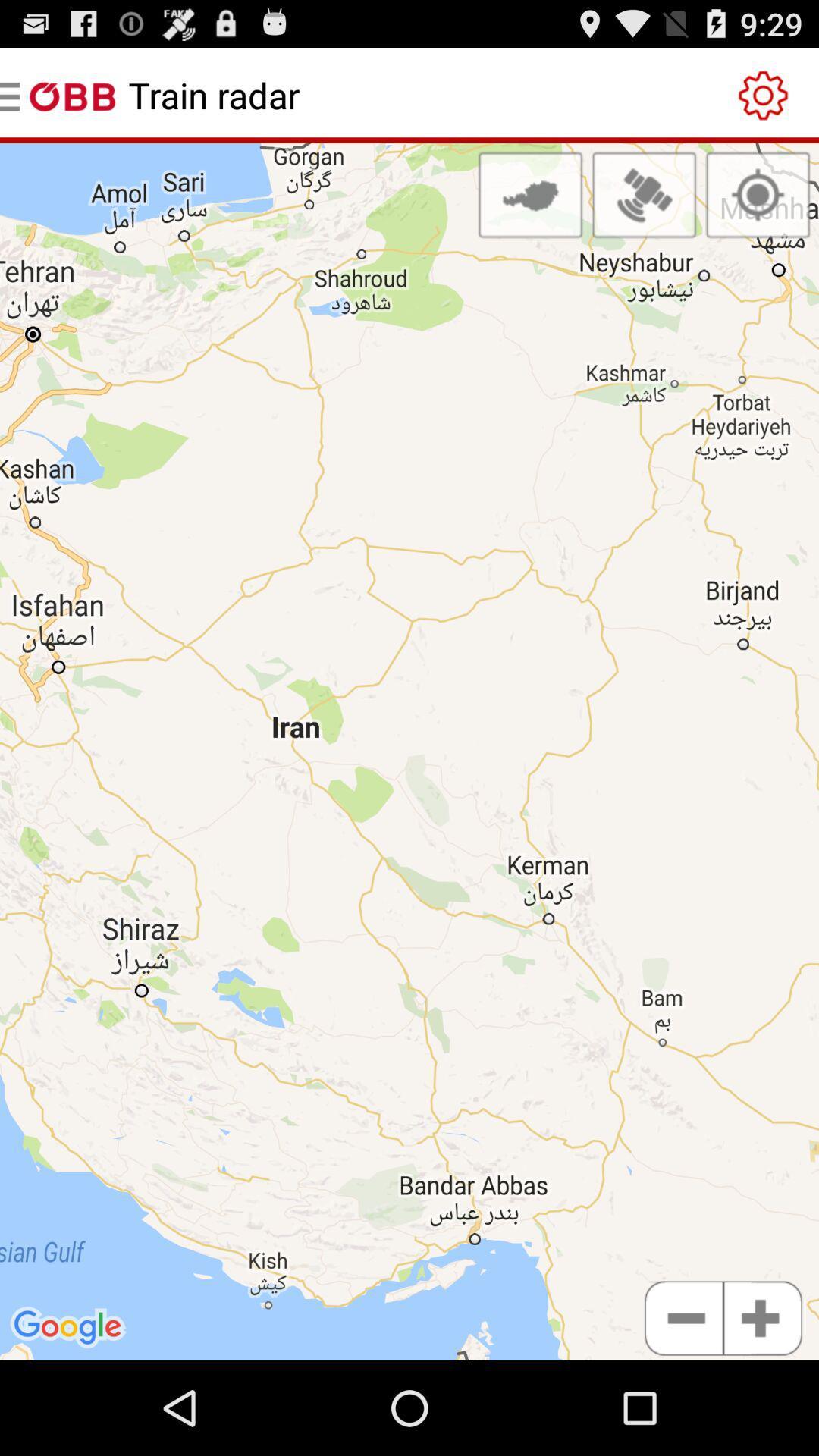  I want to click on the add icon, so click(765, 1410).